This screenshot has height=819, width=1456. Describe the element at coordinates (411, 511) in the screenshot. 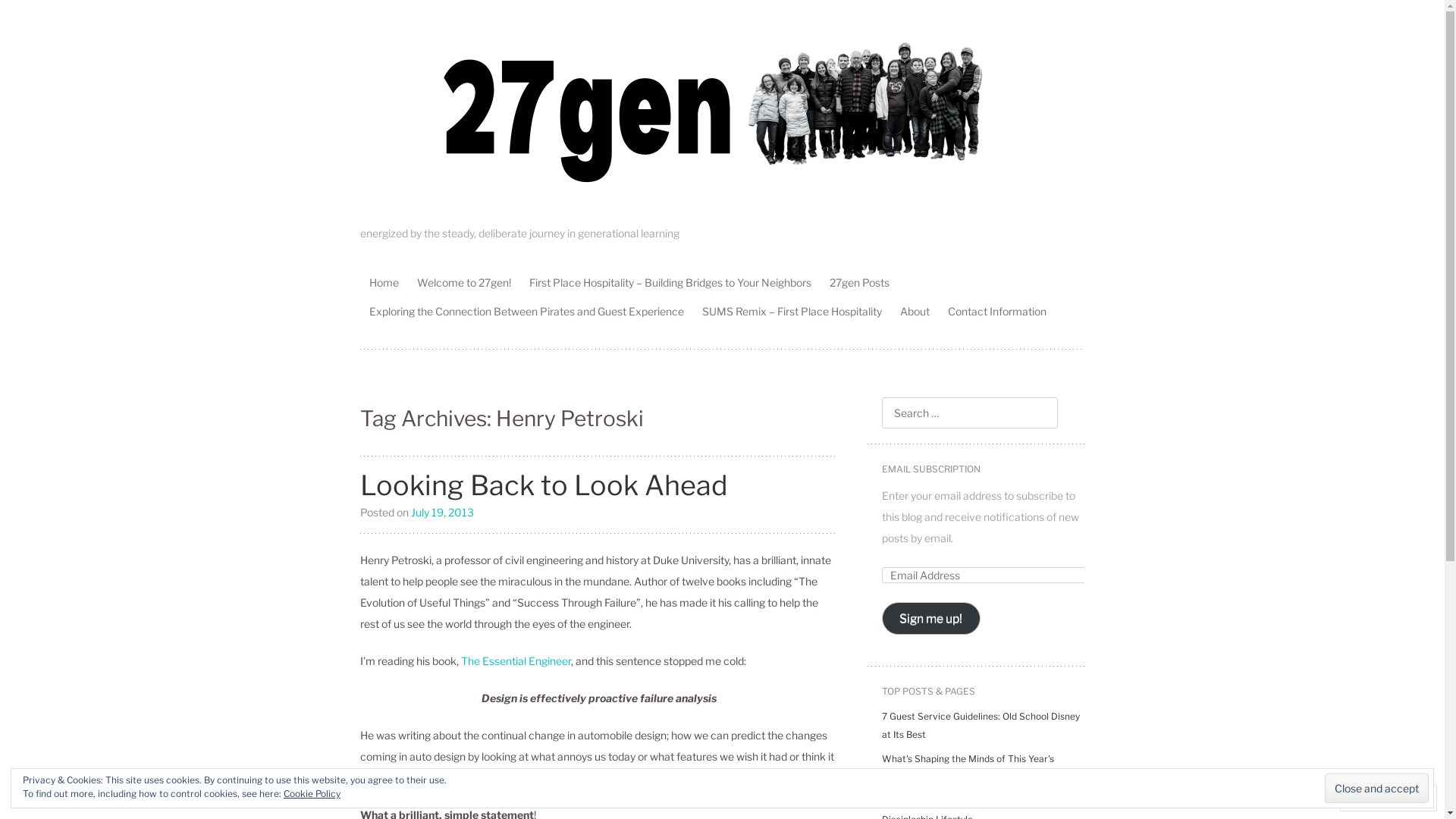

I see `'July 19, 2013'` at that location.